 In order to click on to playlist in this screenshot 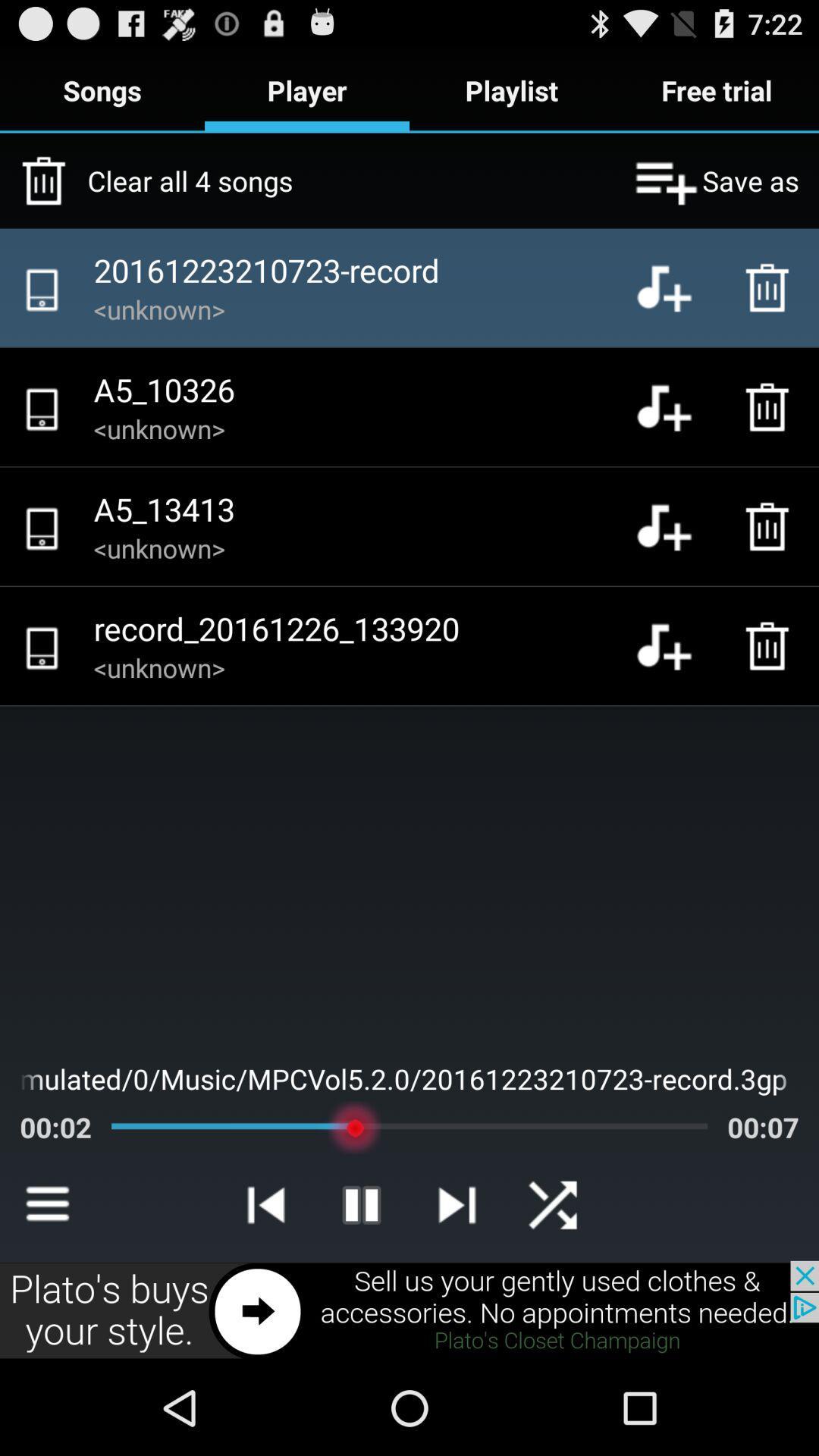, I will do `click(675, 407)`.